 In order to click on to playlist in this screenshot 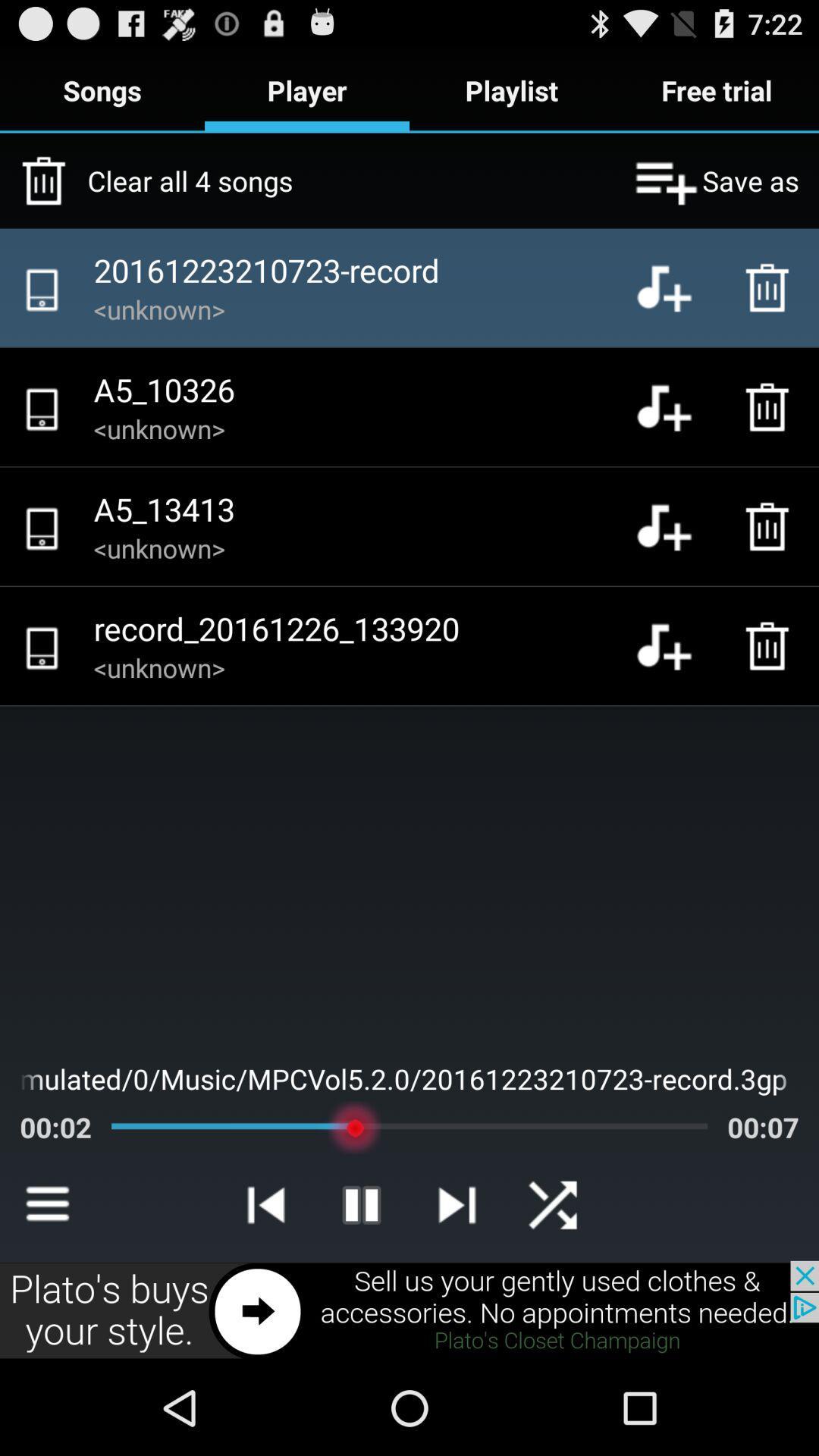, I will do `click(675, 407)`.